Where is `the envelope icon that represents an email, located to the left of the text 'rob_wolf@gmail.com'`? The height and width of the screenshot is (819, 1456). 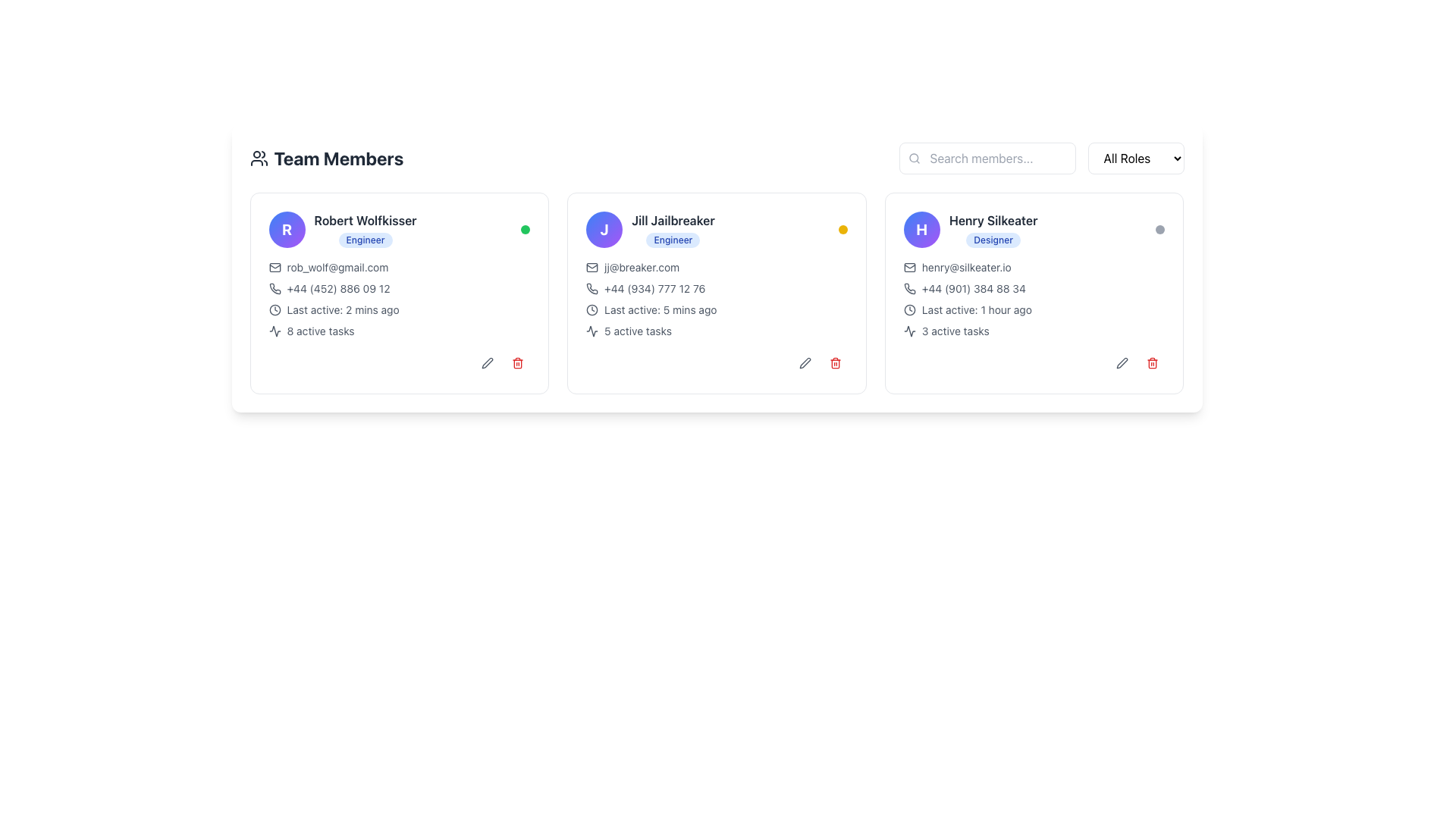
the envelope icon that represents an email, located to the left of the text 'rob_wolf@gmail.com' is located at coordinates (275, 267).